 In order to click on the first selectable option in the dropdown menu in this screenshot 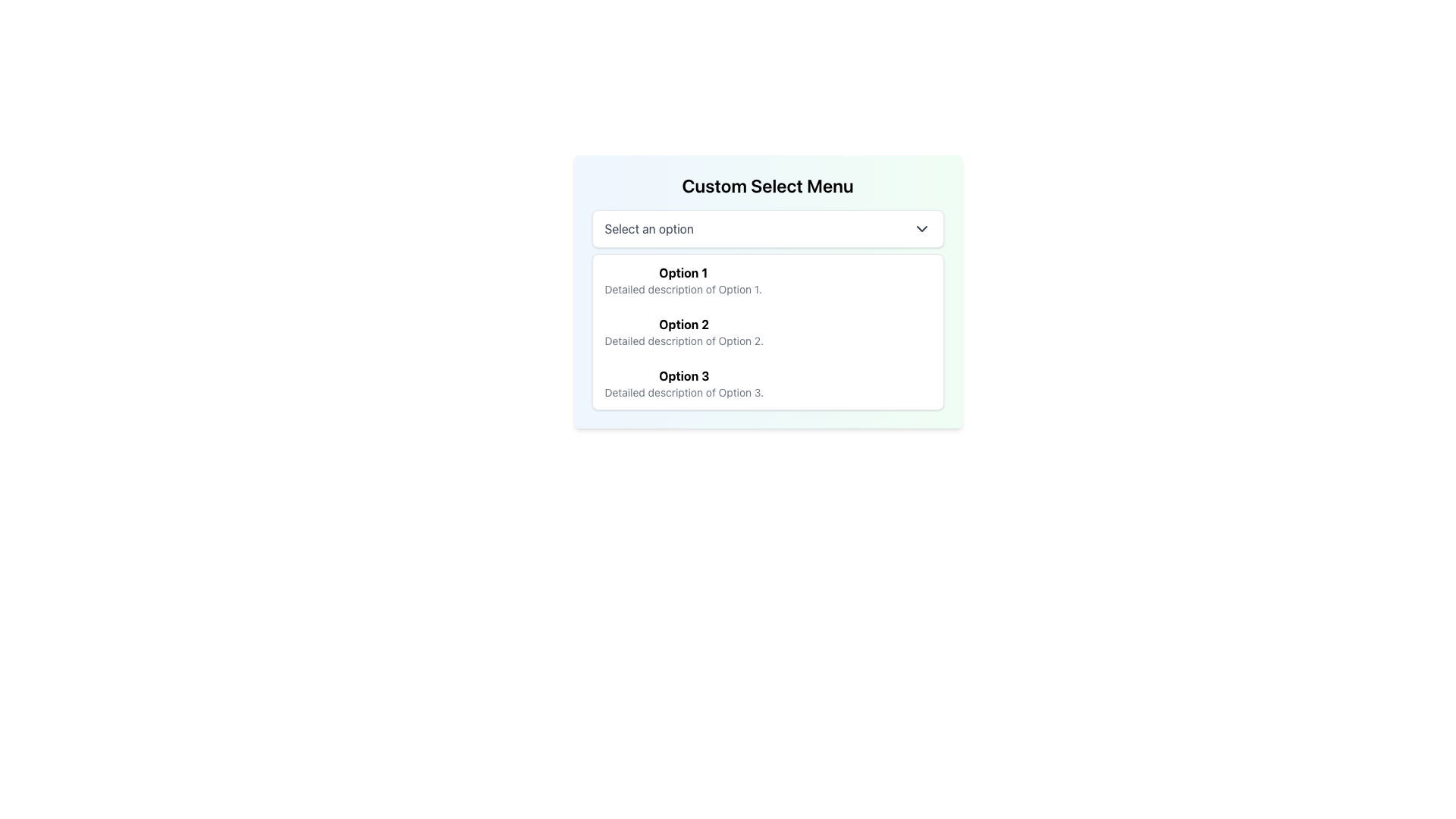, I will do `click(682, 281)`.